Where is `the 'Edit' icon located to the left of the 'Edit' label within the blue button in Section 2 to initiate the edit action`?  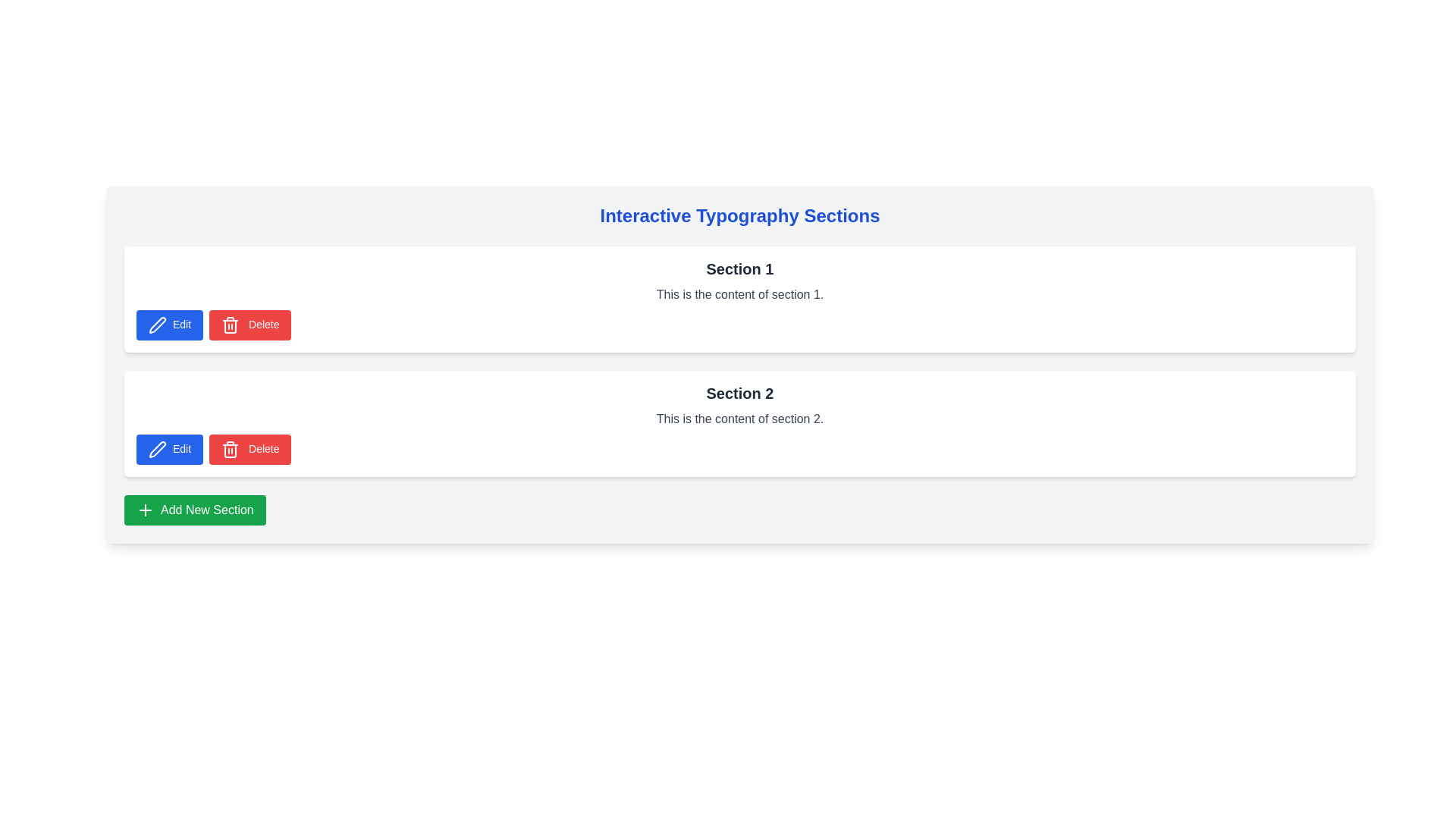
the 'Edit' icon located to the left of the 'Edit' label within the blue button in Section 2 to initiate the edit action is located at coordinates (157, 449).